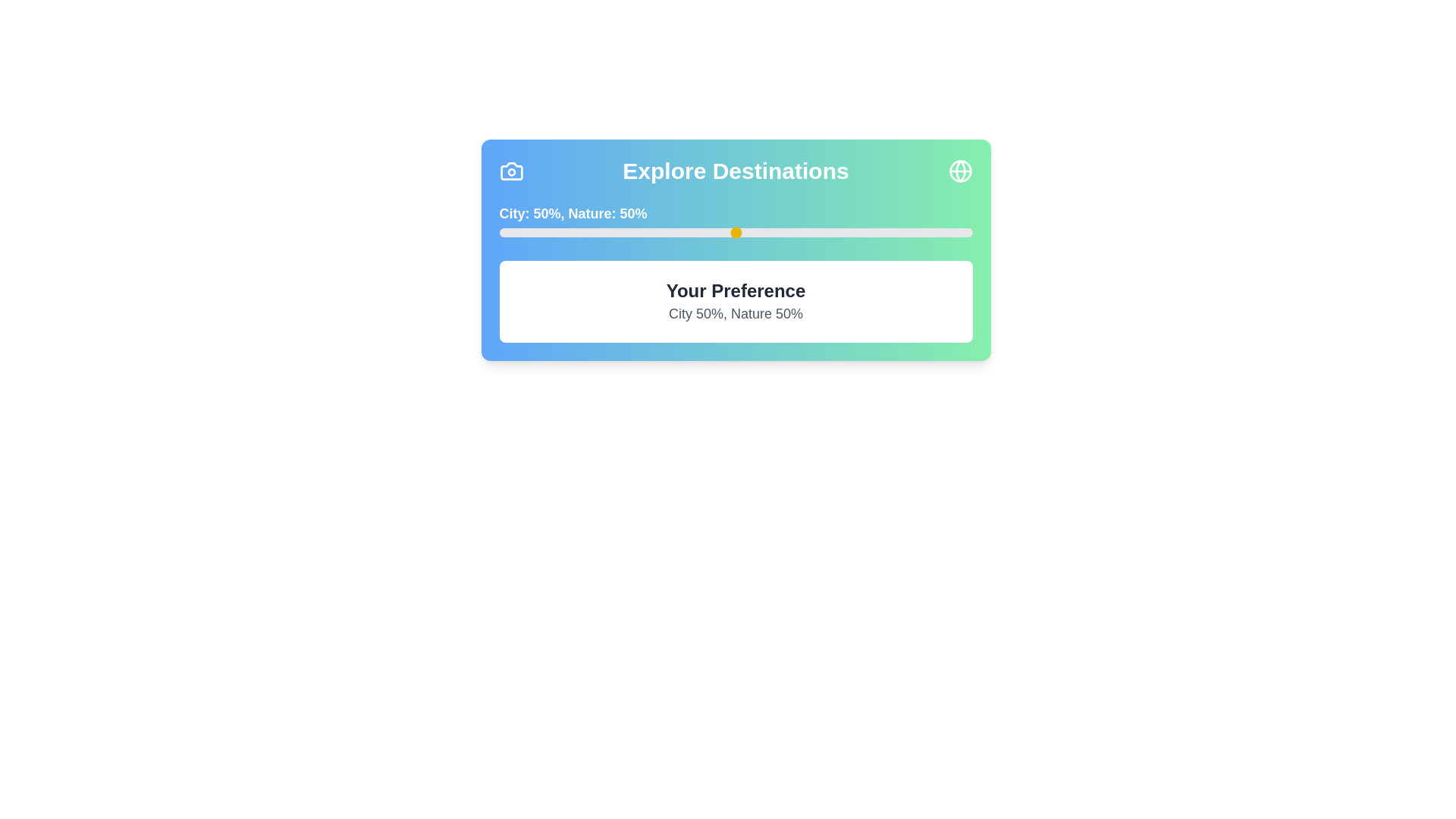  Describe the element at coordinates (513, 233) in the screenshot. I see `the slider to set the Nature preference to 3%` at that location.